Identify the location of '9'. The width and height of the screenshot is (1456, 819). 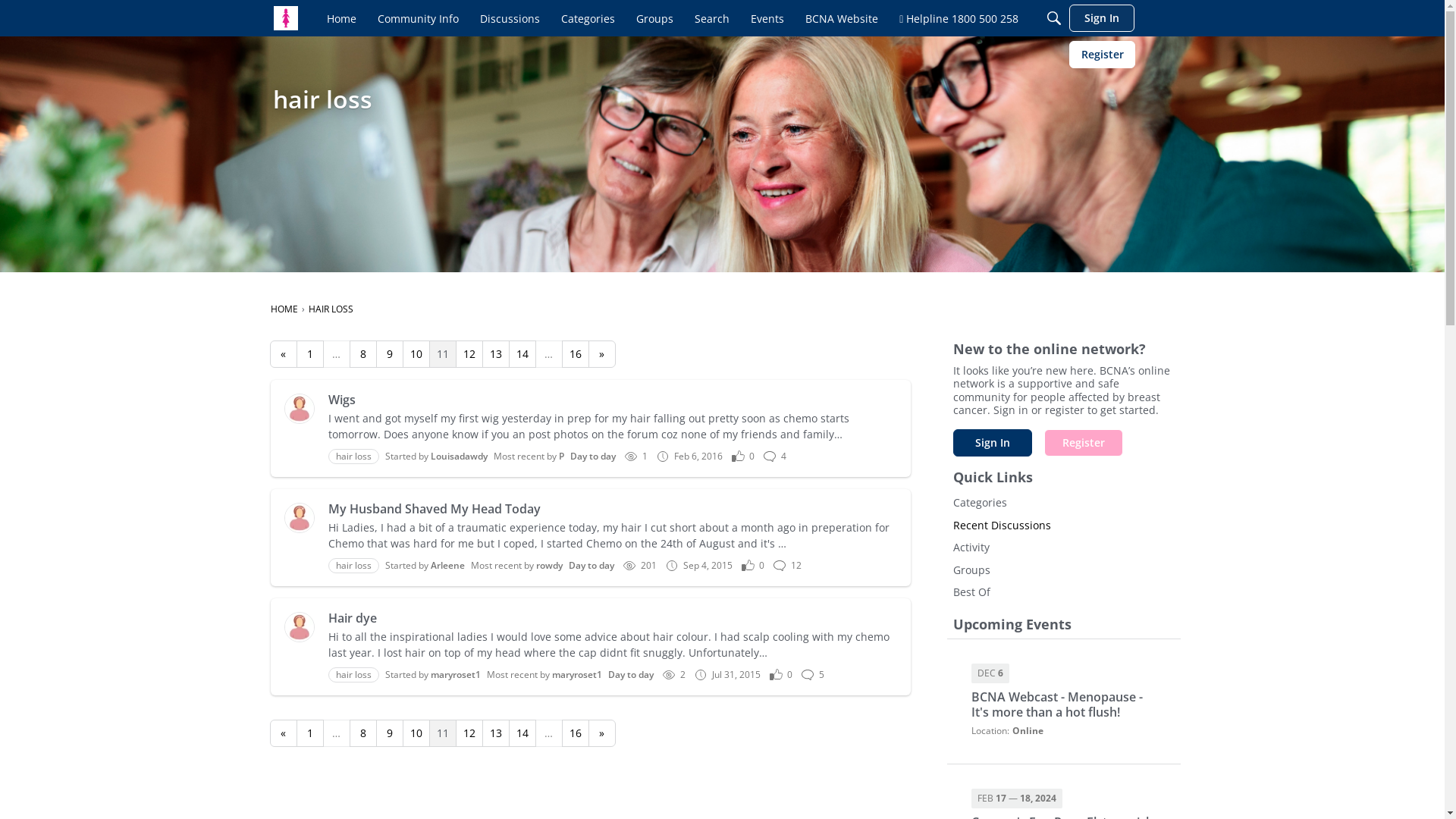
(389, 353).